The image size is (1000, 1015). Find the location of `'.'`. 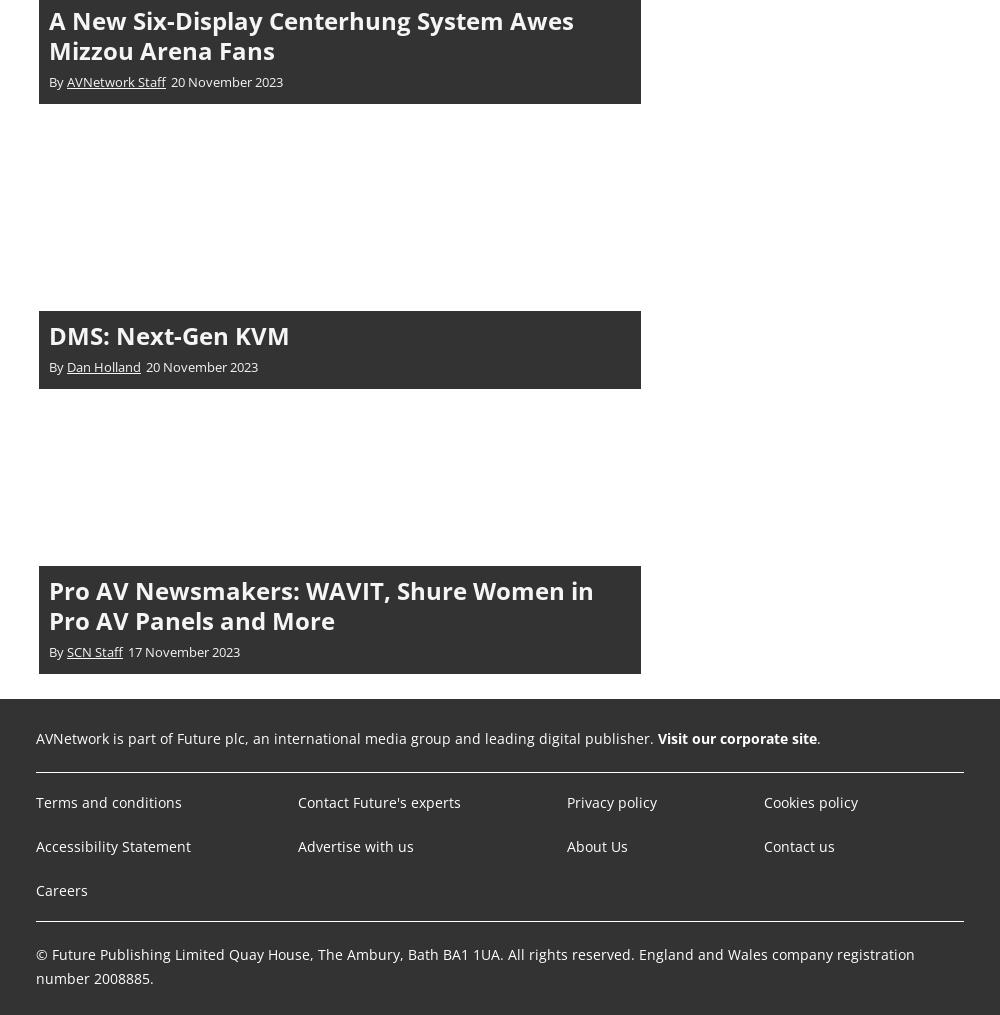

'.' is located at coordinates (816, 736).